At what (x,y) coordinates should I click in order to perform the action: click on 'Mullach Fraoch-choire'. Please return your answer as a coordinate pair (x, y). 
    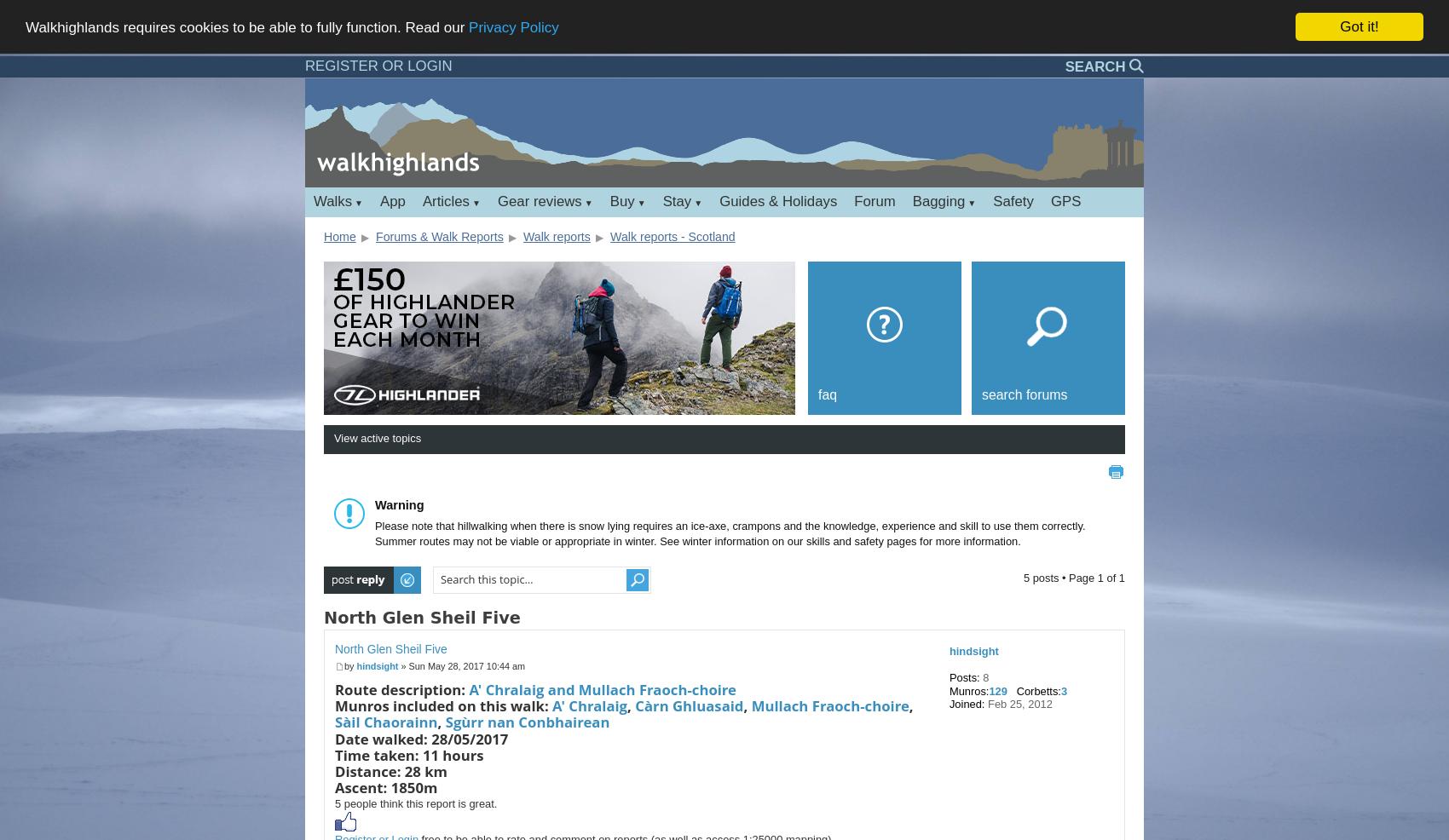
    Looking at the image, I should click on (828, 705).